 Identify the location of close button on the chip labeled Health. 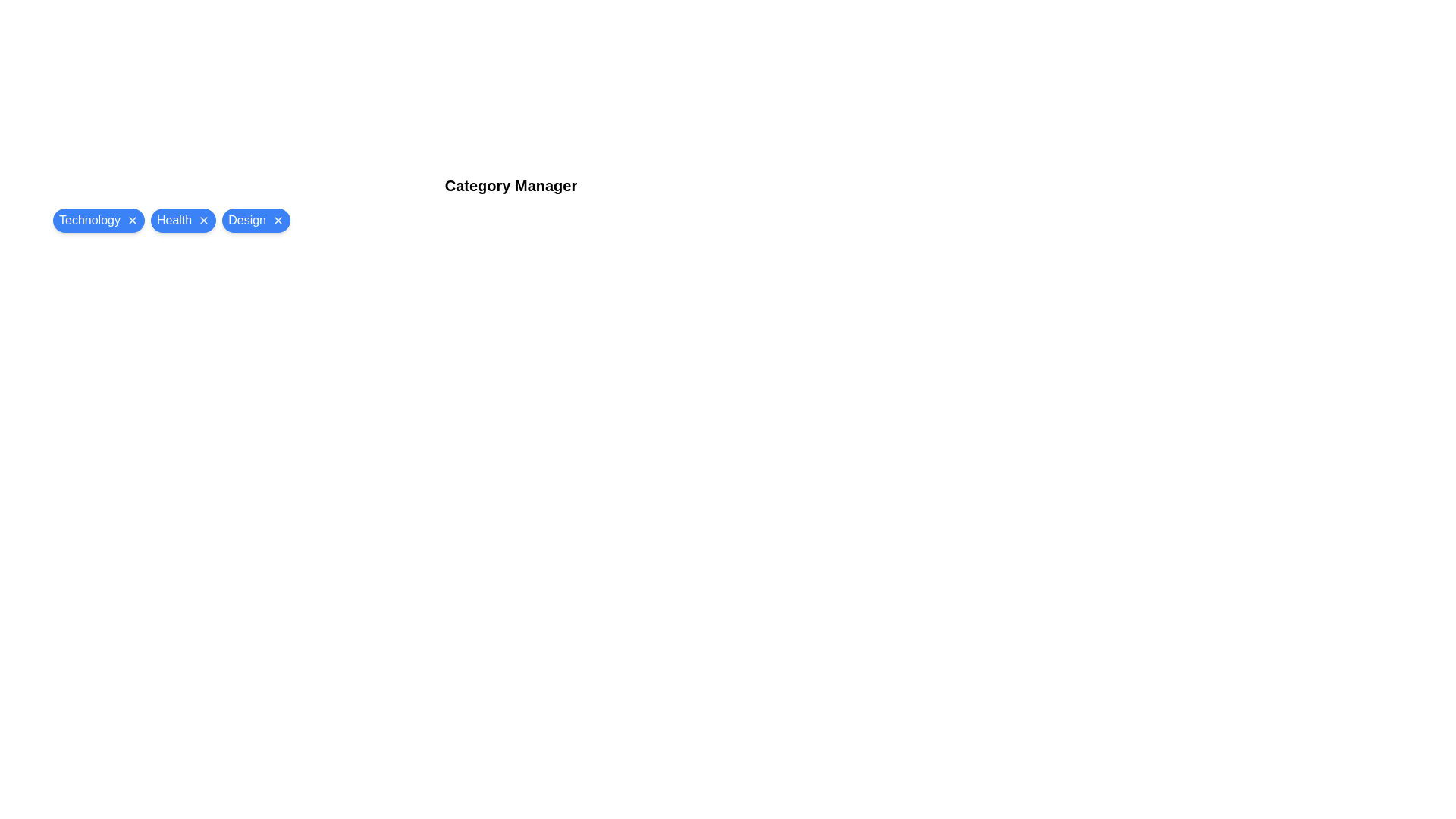
(203, 220).